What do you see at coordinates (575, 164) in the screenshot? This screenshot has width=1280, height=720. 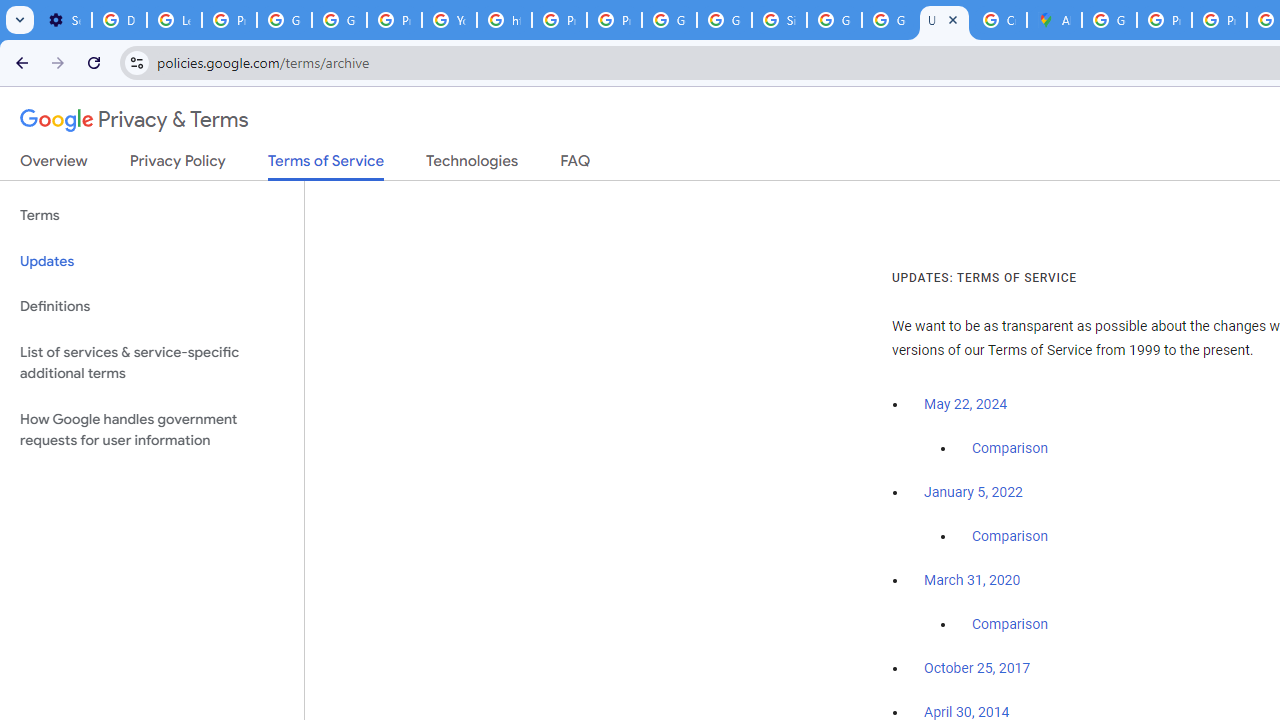 I see `'FAQ'` at bounding box center [575, 164].